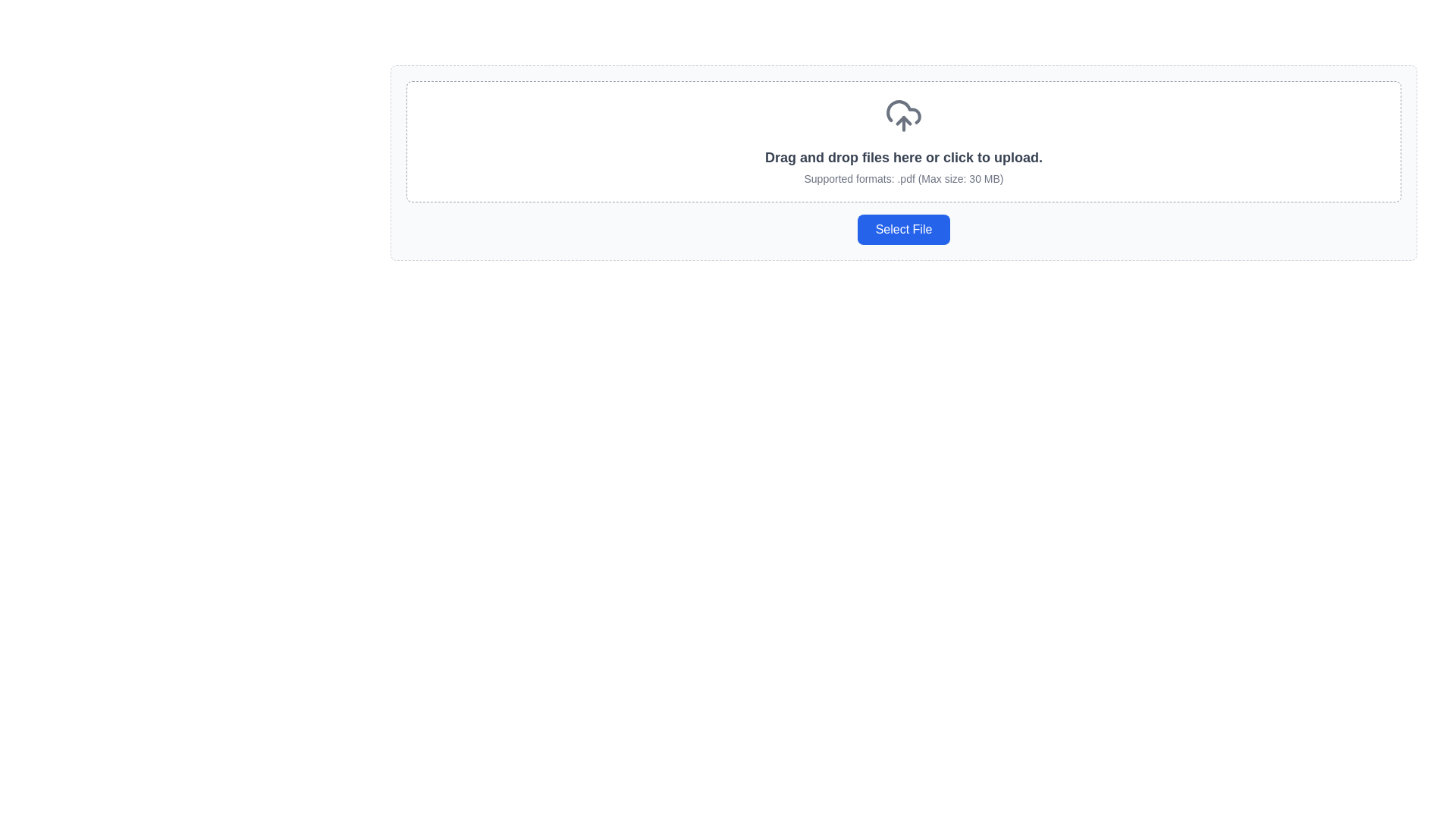  I want to click on text content of the text label that reads 'Drag and drop files here or click to upload.' which is styled with a large font size, center alignment, dark gray color, and bold weight, so click(903, 158).